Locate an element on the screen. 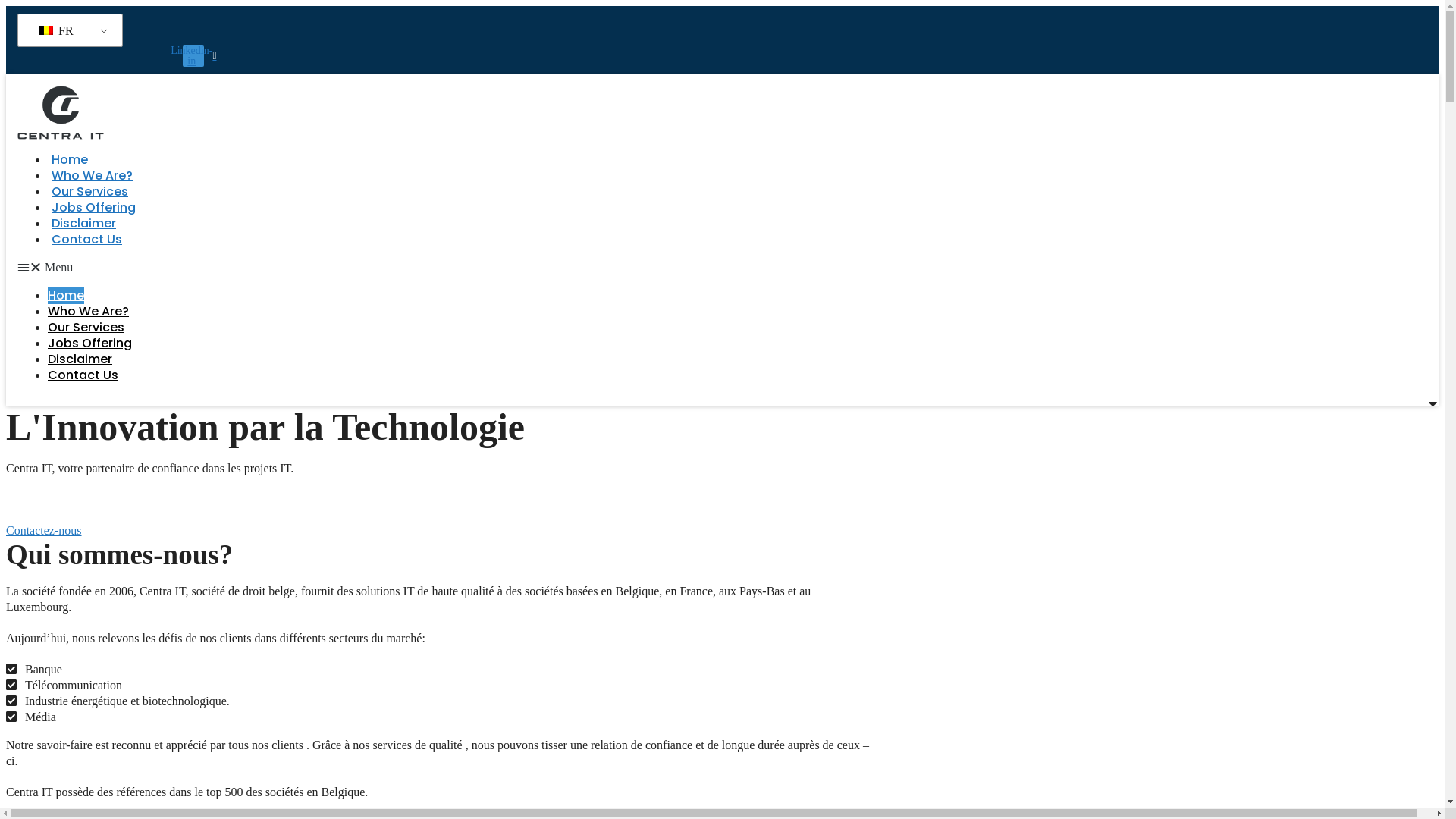 Image resolution: width=1456 pixels, height=819 pixels. 'Home' is located at coordinates (64, 295).